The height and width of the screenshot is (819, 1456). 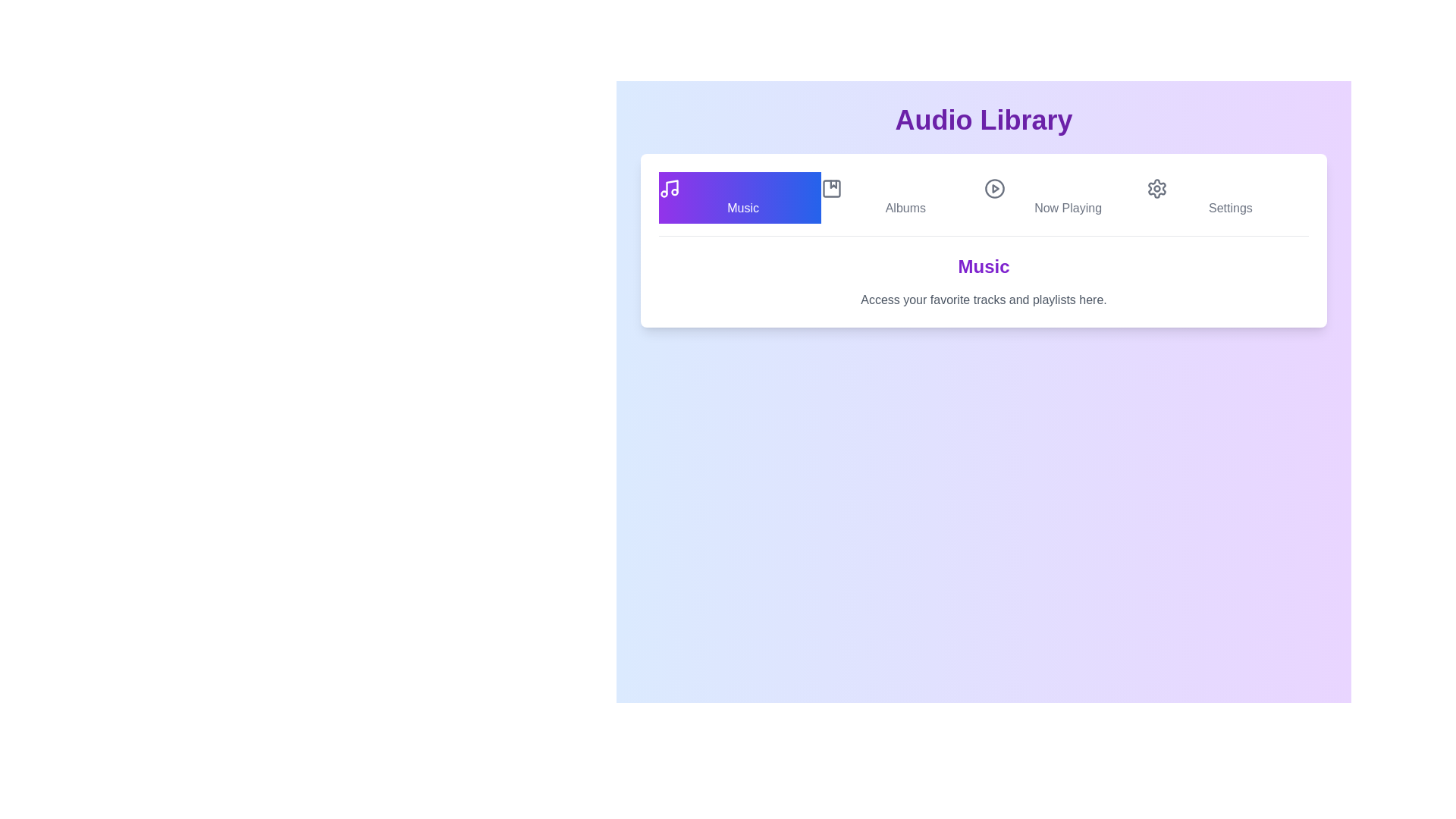 What do you see at coordinates (902, 197) in the screenshot?
I see `the 'Albums' navigation tab, which is the second option in the horizontal navigation bar` at bounding box center [902, 197].